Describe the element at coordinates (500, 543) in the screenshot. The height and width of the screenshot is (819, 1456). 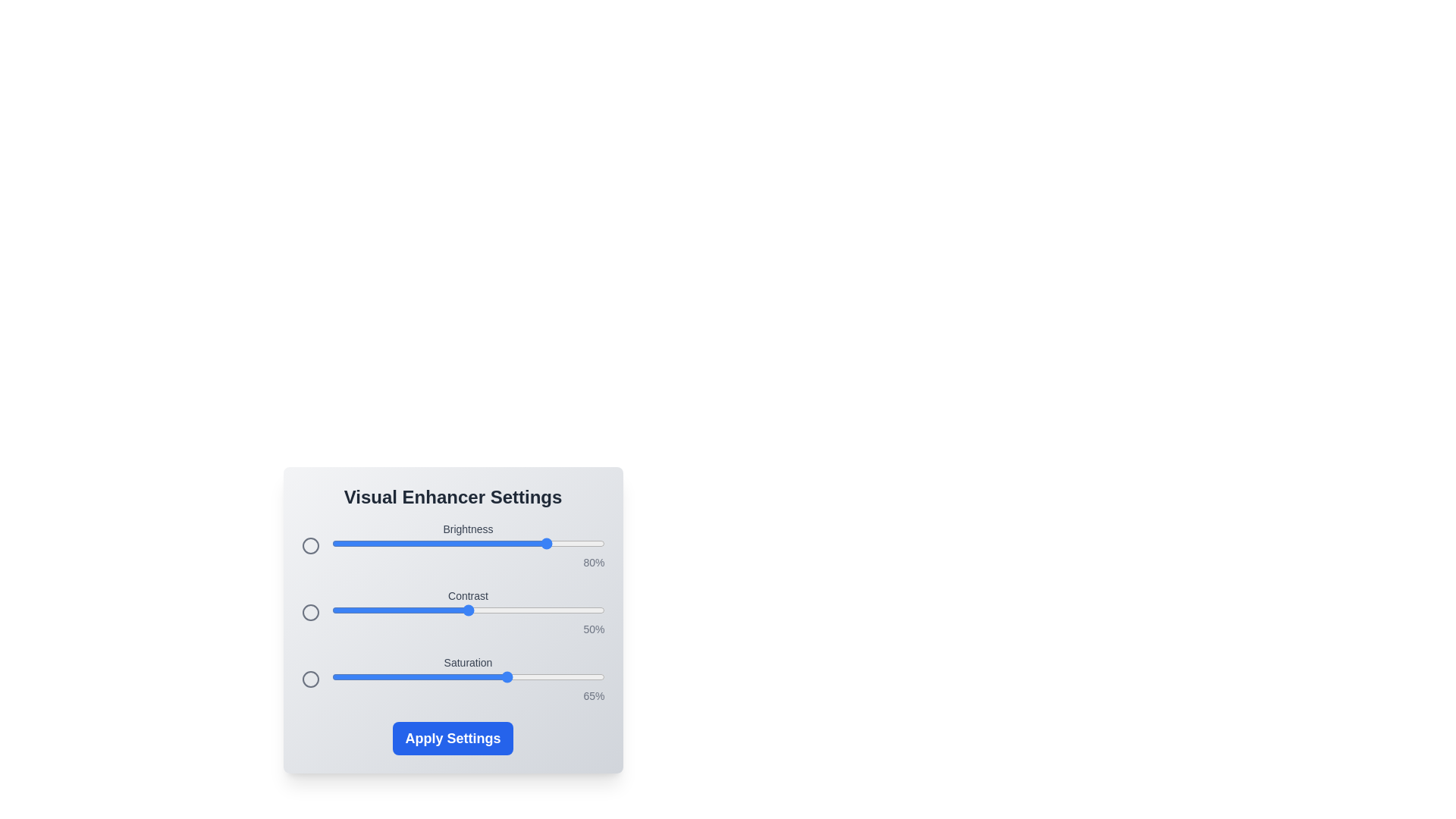
I see `the 0 slider to 62%` at that location.